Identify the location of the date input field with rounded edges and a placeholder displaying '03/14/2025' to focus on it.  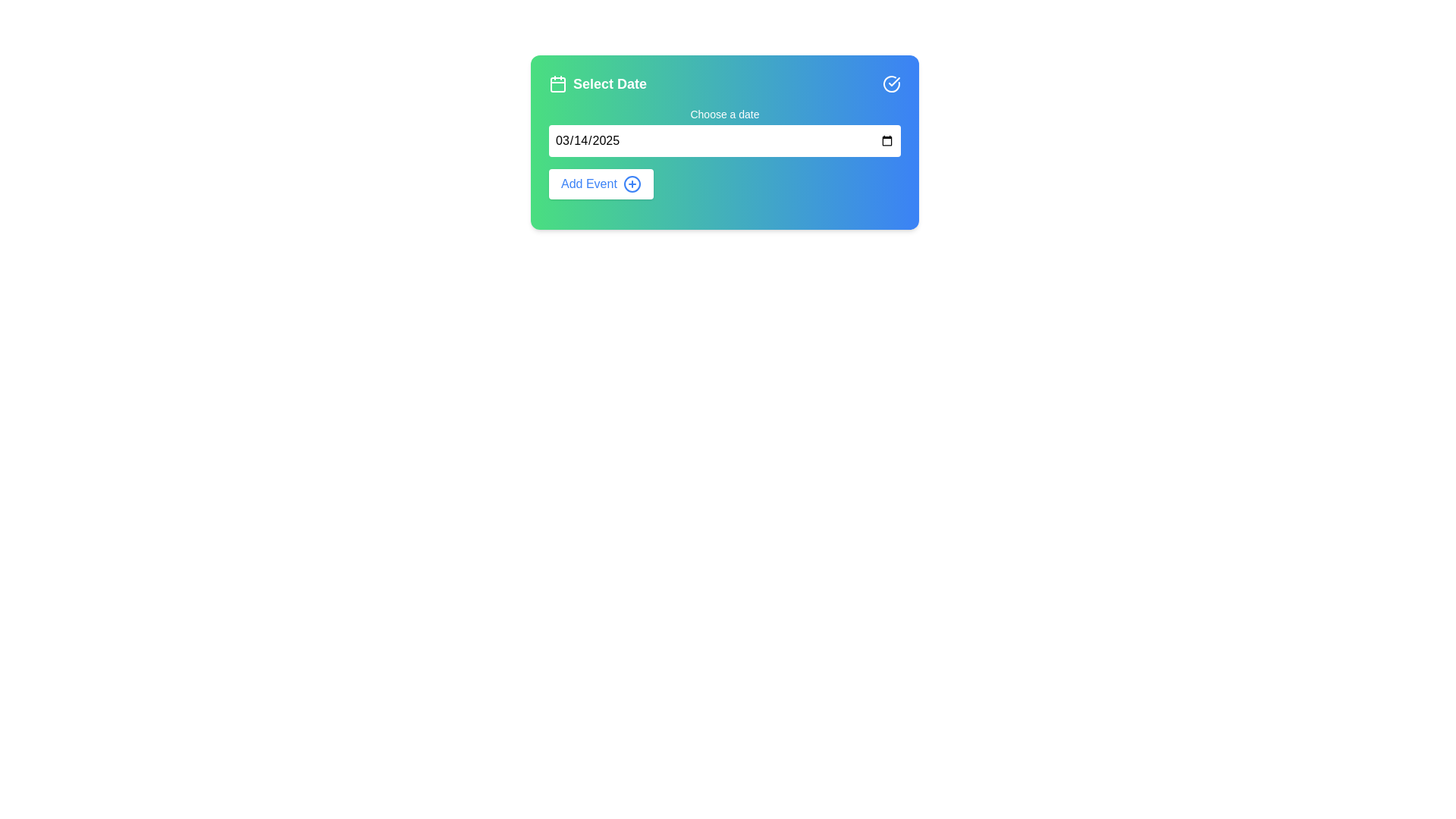
(723, 140).